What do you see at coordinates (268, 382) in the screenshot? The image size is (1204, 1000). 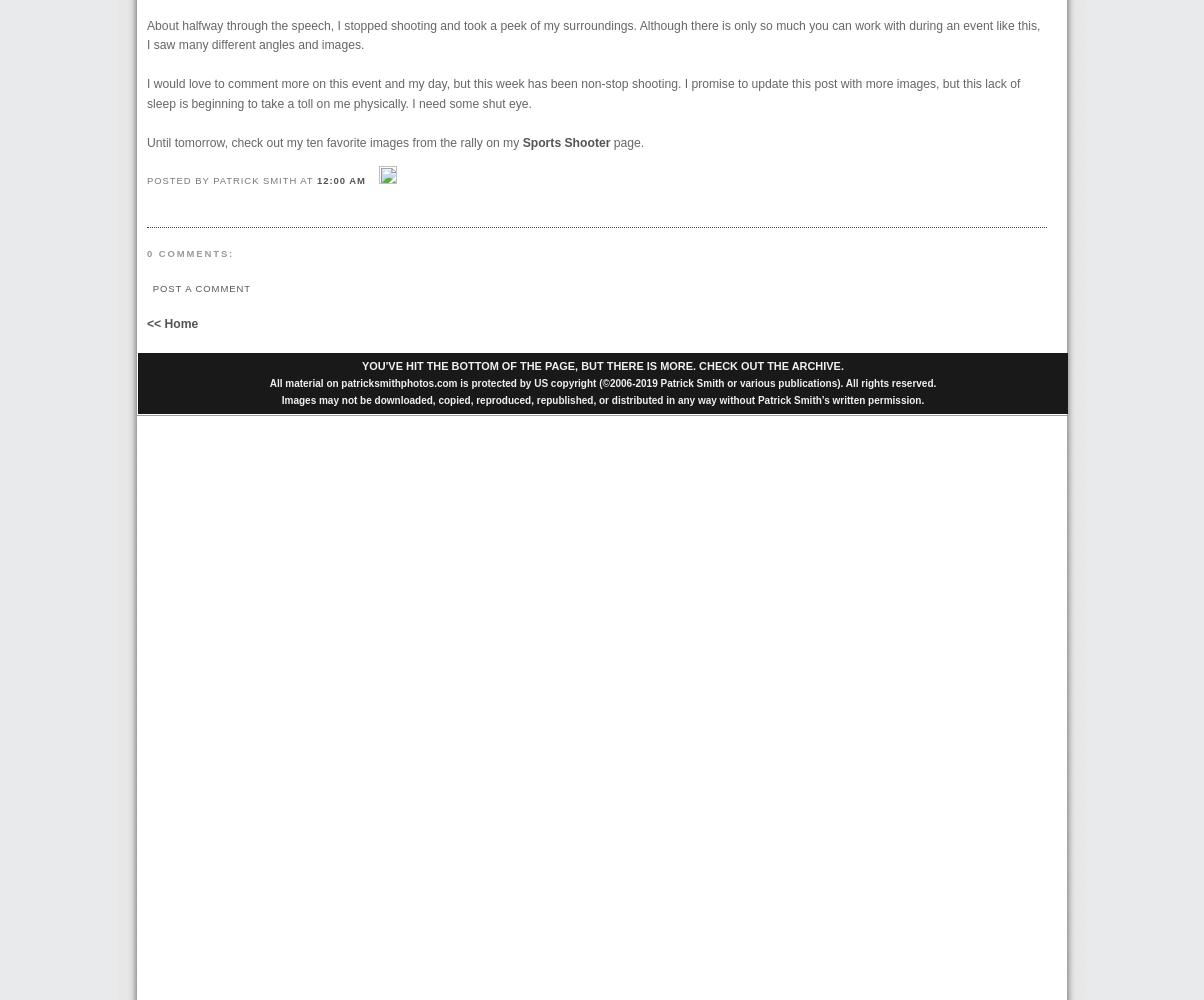 I see `'All material on patricksmithphotos.com is protected by US copyright (©2006-2019 Patrick Smith or various publications). All rights reserved.'` at bounding box center [268, 382].